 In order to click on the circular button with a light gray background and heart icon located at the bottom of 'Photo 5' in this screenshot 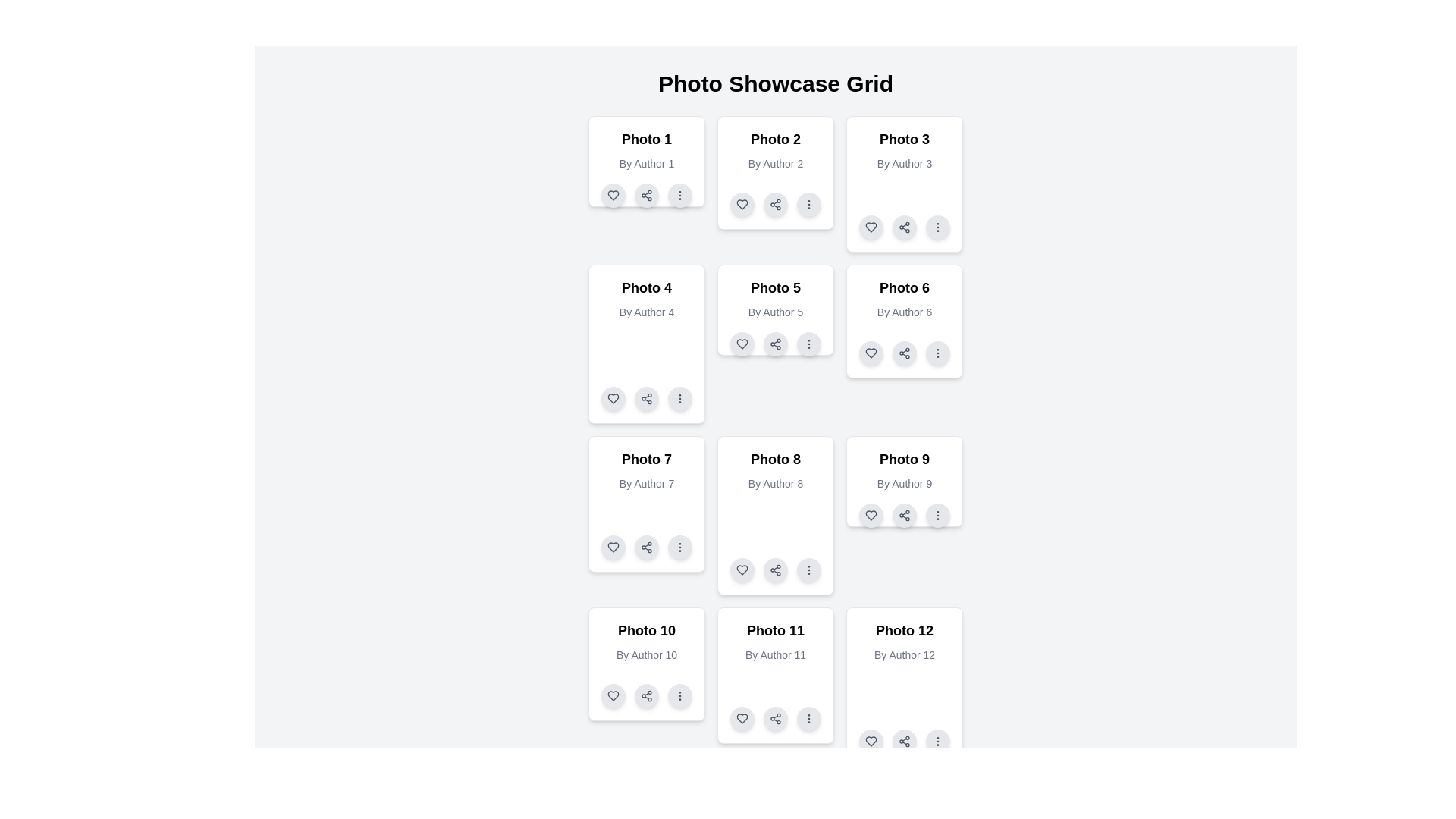, I will do `click(742, 344)`.